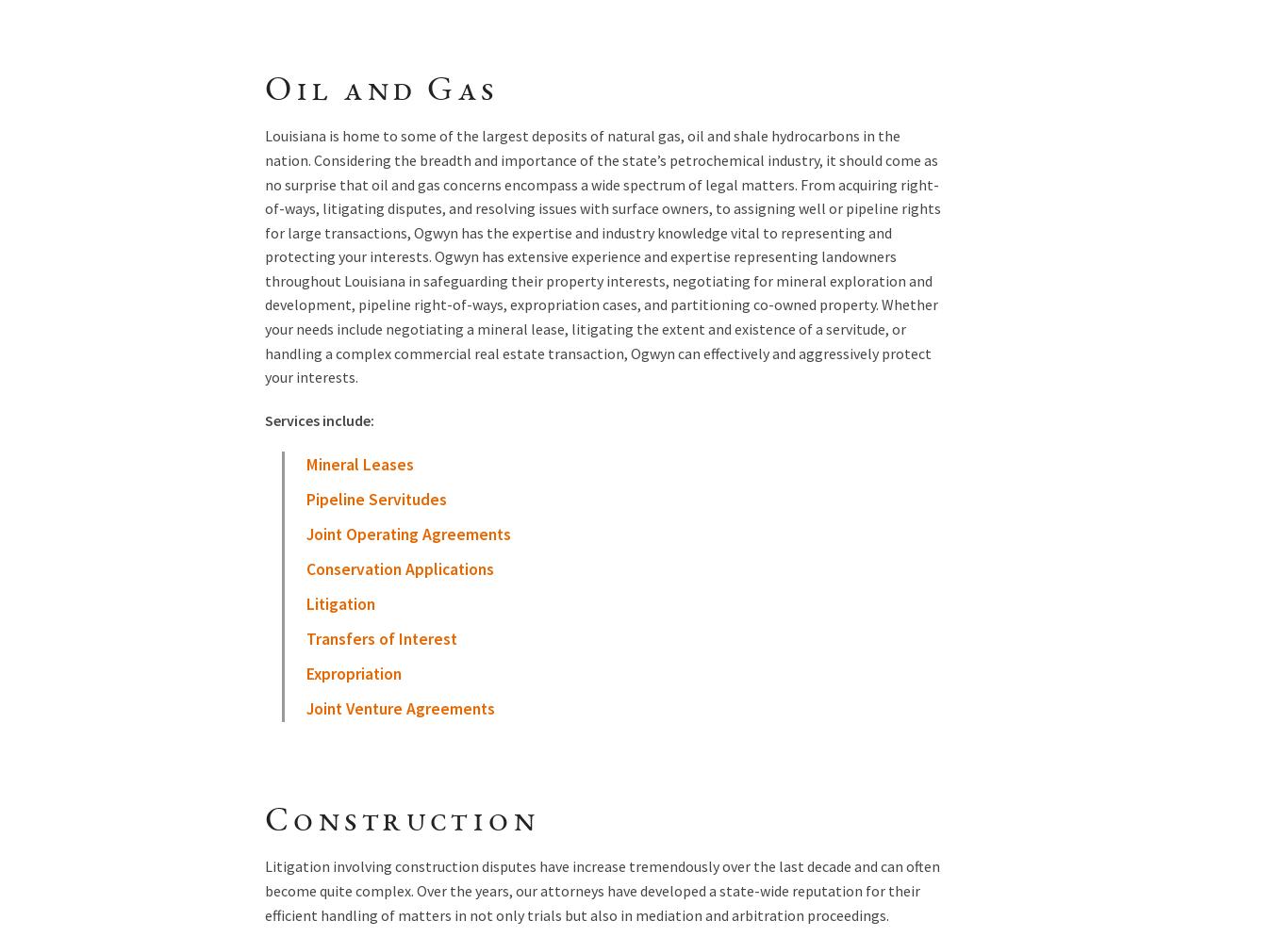 The height and width of the screenshot is (937, 1288). What do you see at coordinates (602, 255) in the screenshot?
I see `'Louisiana is home to some of the largest deposits of natural gas, oil and shale hydrocarbons in the nation. Considering the breadth and importance of the state’s petrochemical industry, it should come as no surprise that oil and gas concerns encompass a wide spectrum of legal matters. From acquiring right-of-ways, litigating disputes, and resolving issues with surface owners, to assigning well or pipeline rights for large transactions, Ogwyn has the expertise and industry knowledge vital to representing and protecting your interests. Ogwyn has extensive experience and expertise representing landowners throughout Louisiana in safeguarding their property interests, negotiating for mineral exploration and development, pipeline right-of-ways, expropriation cases, and partitioning co-owned property. Whether your needs include negotiating a mineral lease, litigating the extent and existence of a servitude, or handling a complex commercial real estate transaction, Ogwyn can effectively and aggressively protect your interests.'` at bounding box center [602, 255].